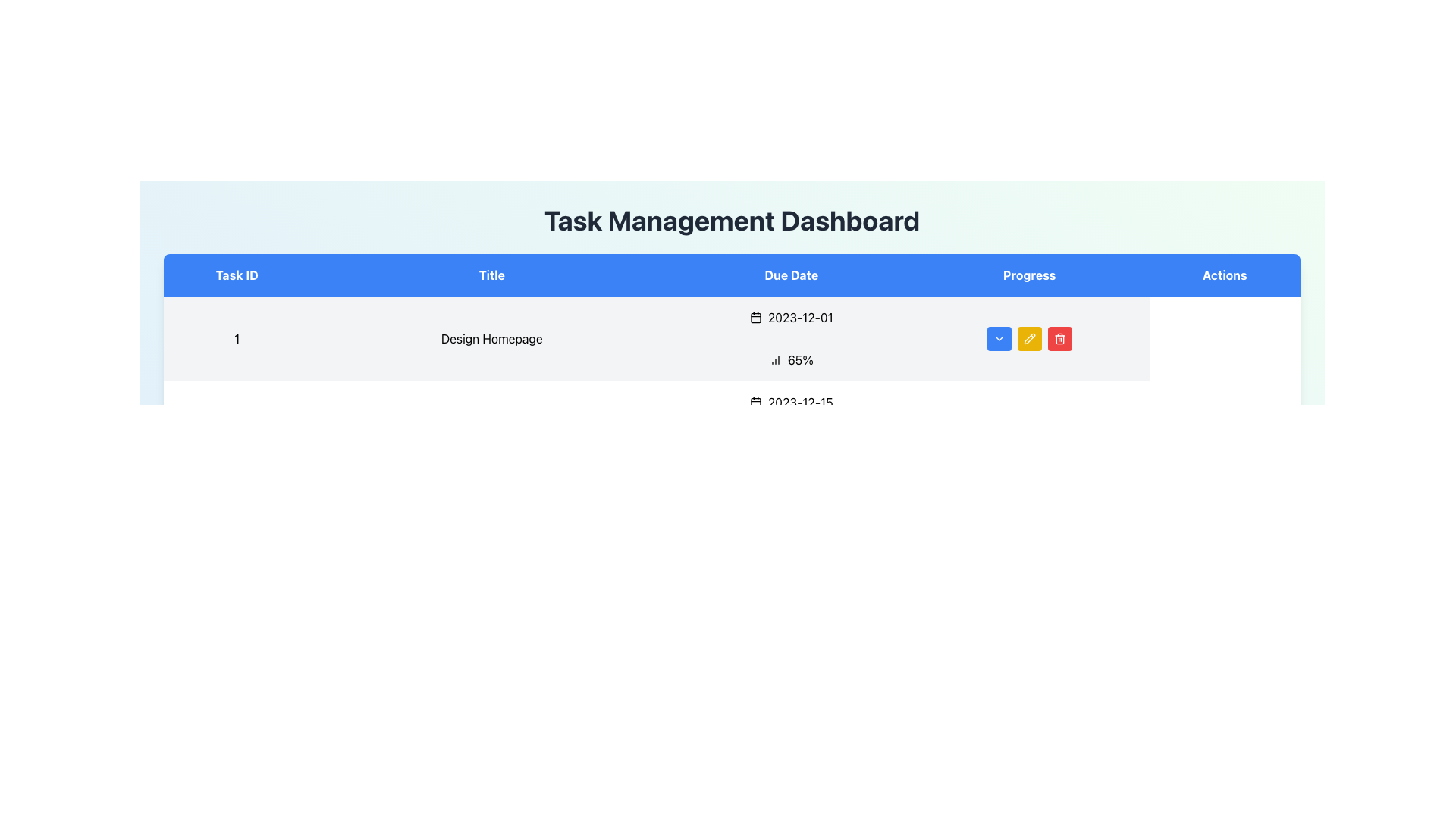 This screenshot has height=819, width=1456. Describe the element at coordinates (755, 402) in the screenshot. I see `the calendar icon located to the left of the date '2023-12-15' in the 'Due Date' column` at that location.